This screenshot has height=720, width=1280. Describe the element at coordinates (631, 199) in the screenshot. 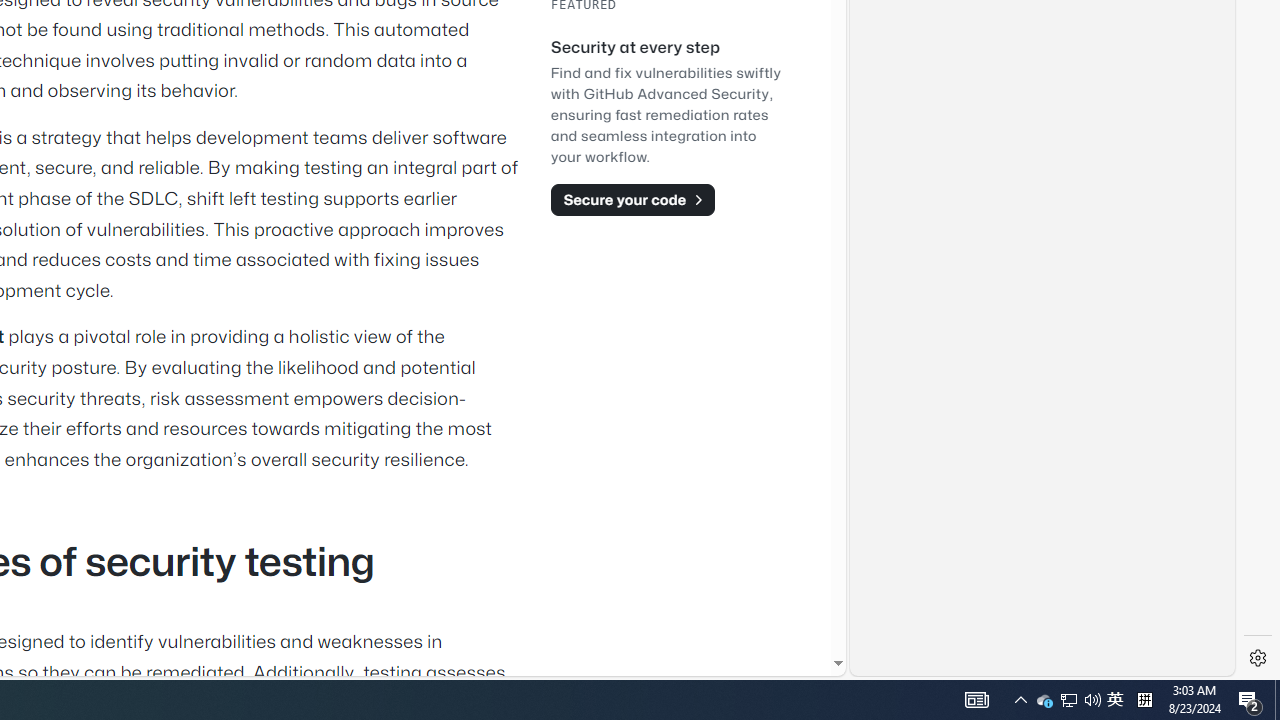

I see `'Secure your code'` at that location.